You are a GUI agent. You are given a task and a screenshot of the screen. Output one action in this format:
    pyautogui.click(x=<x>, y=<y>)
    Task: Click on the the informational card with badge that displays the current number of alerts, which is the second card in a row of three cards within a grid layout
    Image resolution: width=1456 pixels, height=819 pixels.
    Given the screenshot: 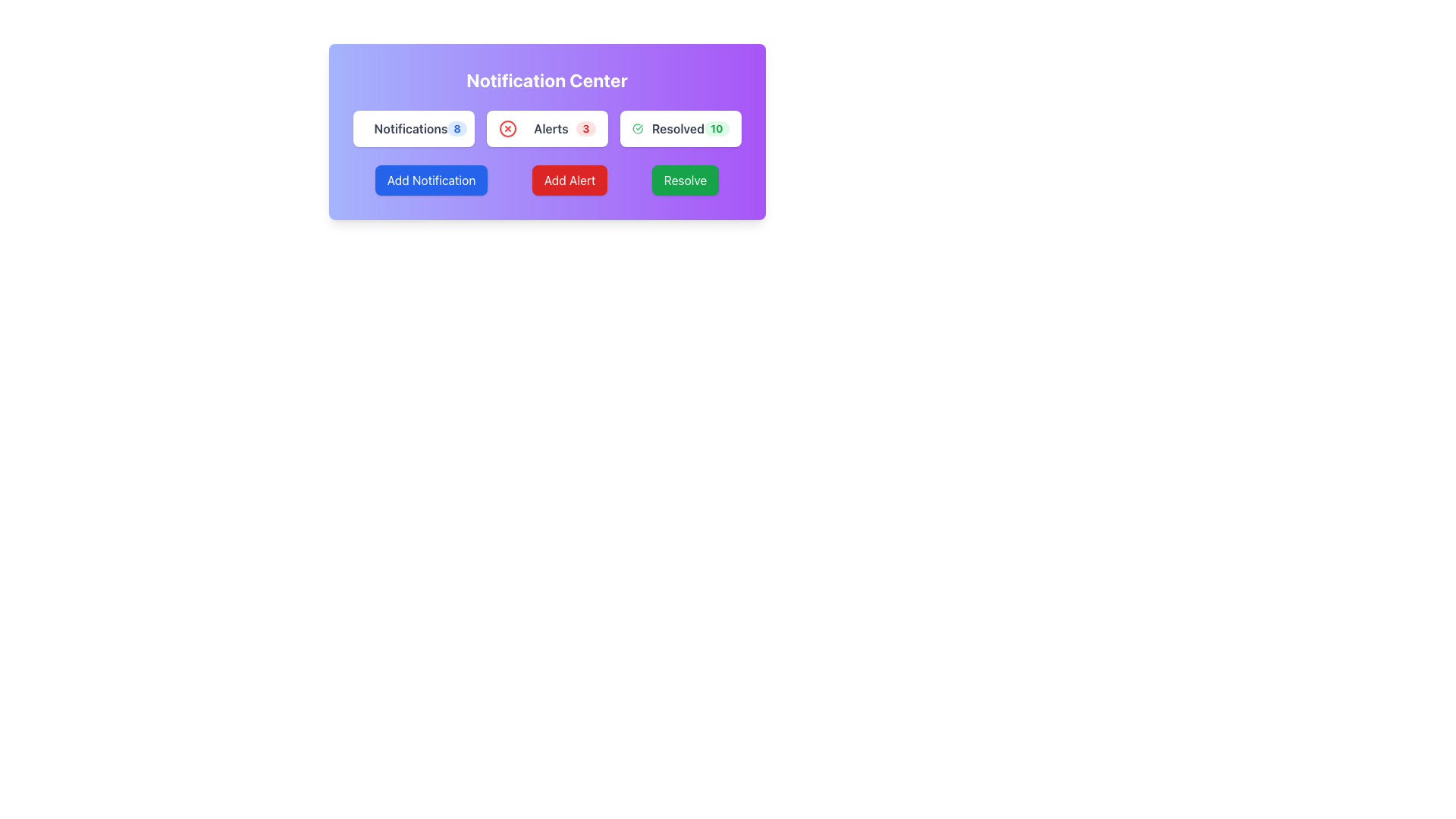 What is the action you would take?
    pyautogui.click(x=546, y=127)
    